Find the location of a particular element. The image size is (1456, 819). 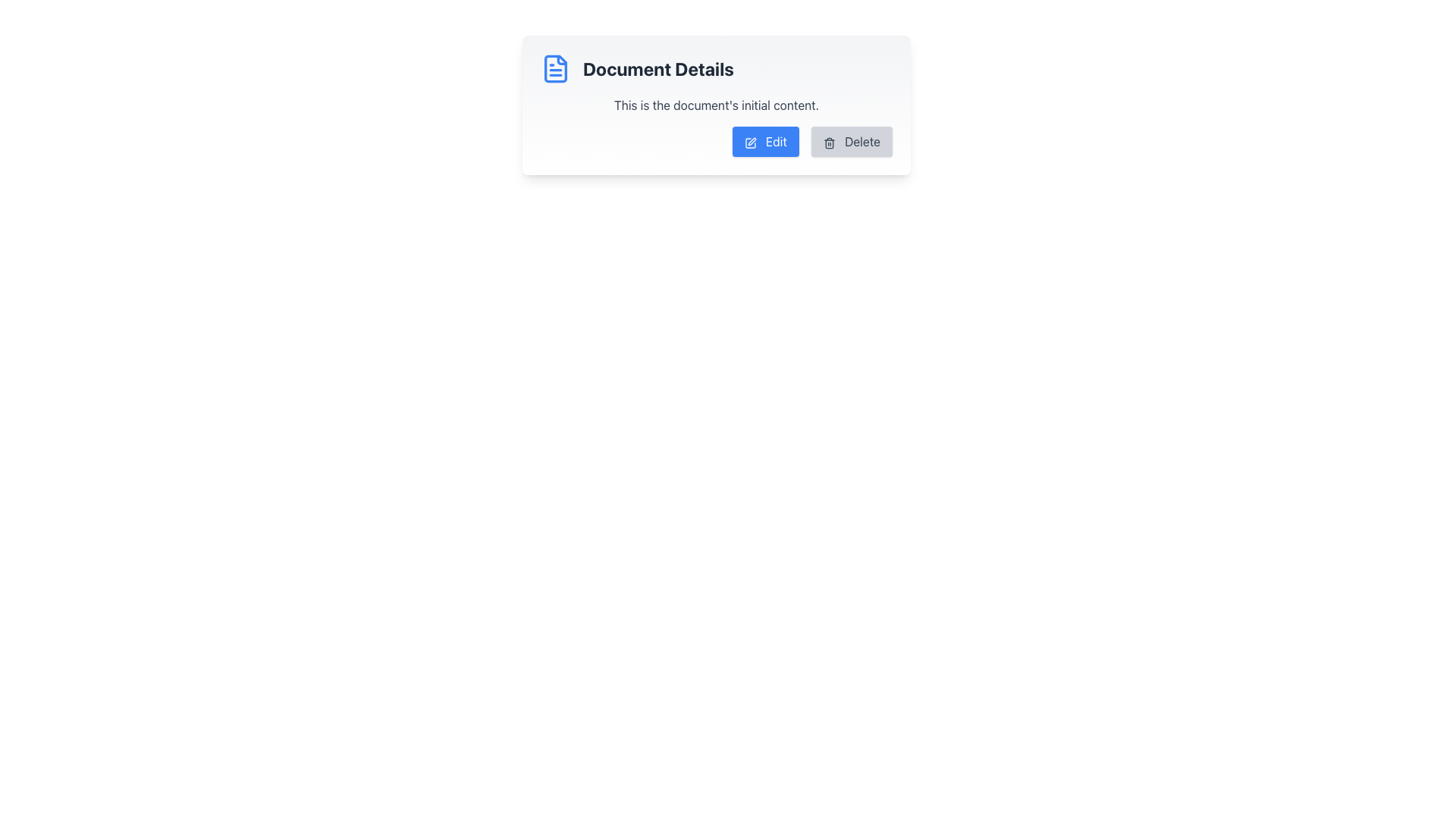

the 'Edit' button in the horizontal group of action buttons located at the bottom-right of the 'Document Details' content card is located at coordinates (716, 141).